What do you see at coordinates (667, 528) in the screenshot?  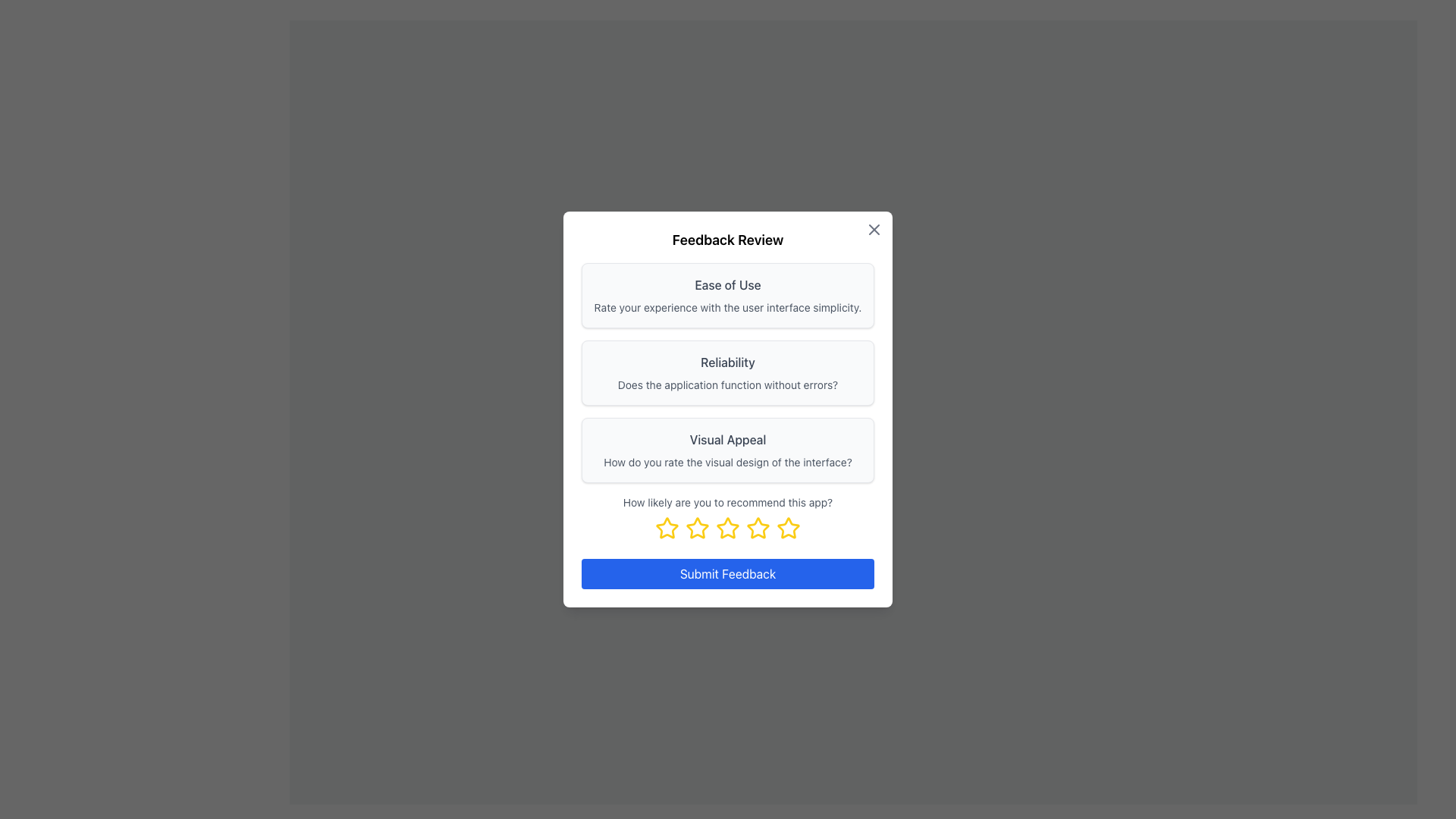 I see `the first interactive star icon in the feedback dialog box` at bounding box center [667, 528].